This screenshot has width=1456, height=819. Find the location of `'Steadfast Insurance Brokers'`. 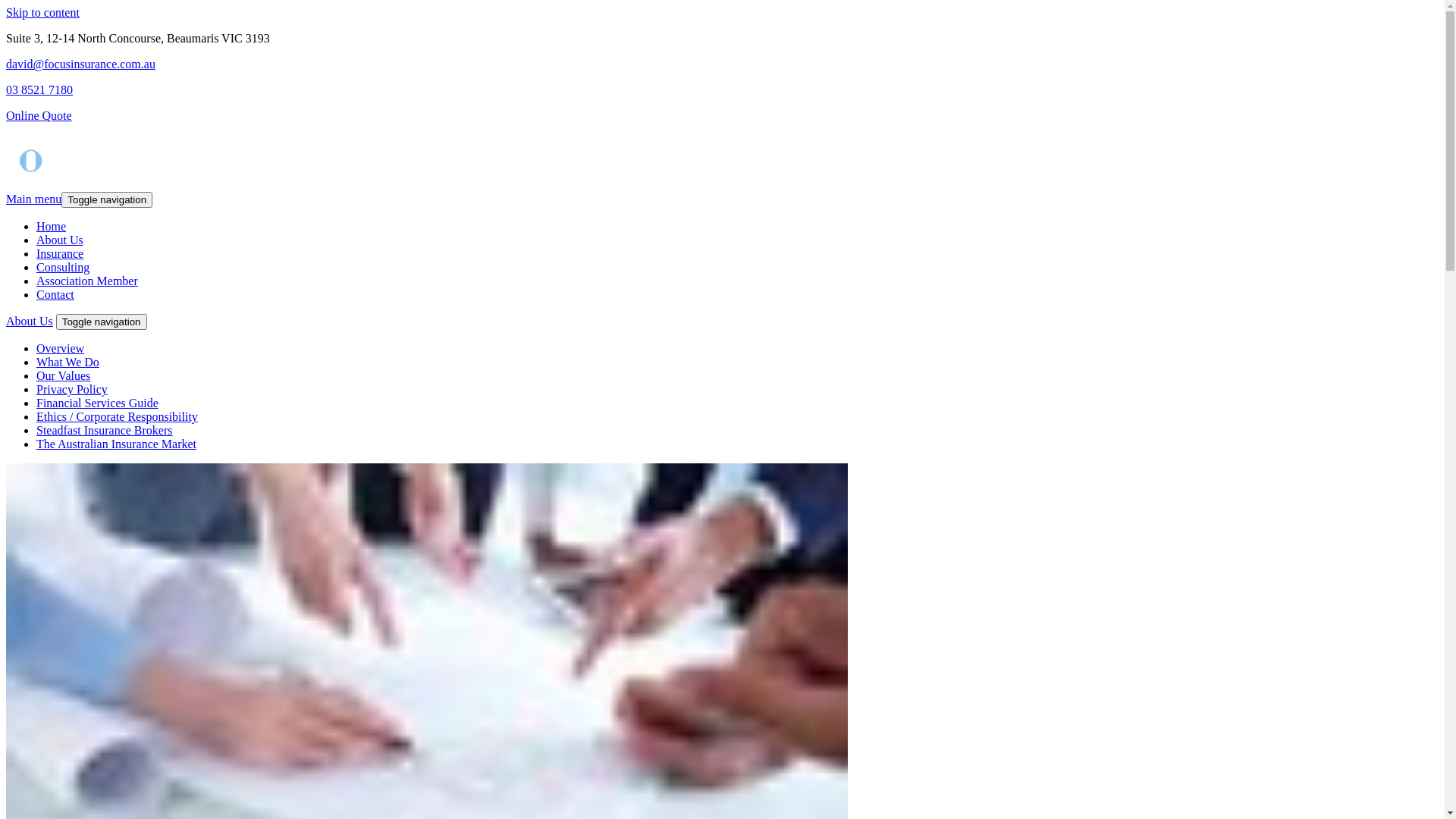

'Steadfast Insurance Brokers' is located at coordinates (104, 430).